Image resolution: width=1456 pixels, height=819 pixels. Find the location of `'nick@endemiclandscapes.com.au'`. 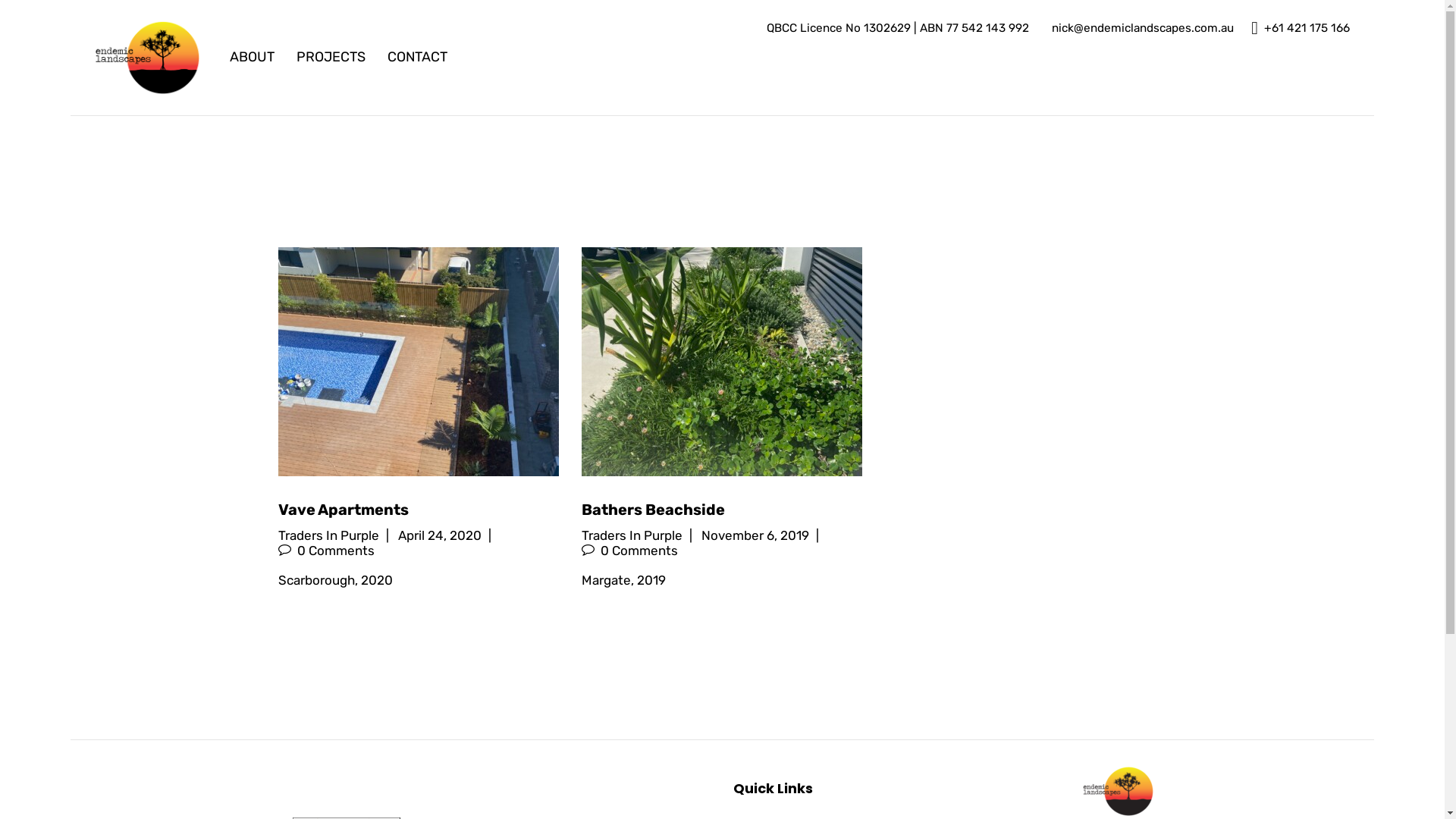

'nick@endemiclandscapes.com.au' is located at coordinates (1140, 28).